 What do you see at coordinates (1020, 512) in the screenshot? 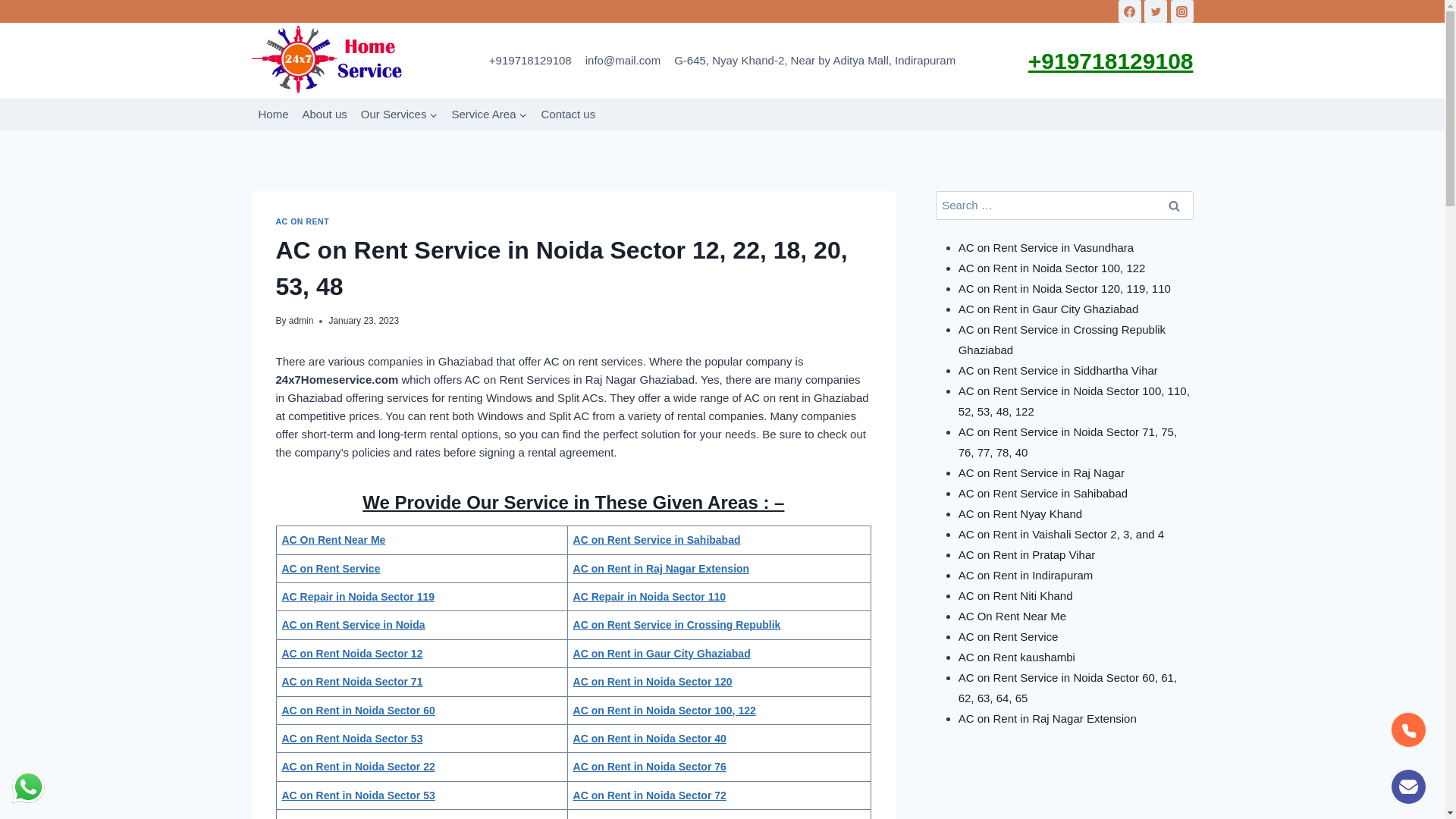
I see `'AC on Rent Nyay Khand'` at bounding box center [1020, 512].